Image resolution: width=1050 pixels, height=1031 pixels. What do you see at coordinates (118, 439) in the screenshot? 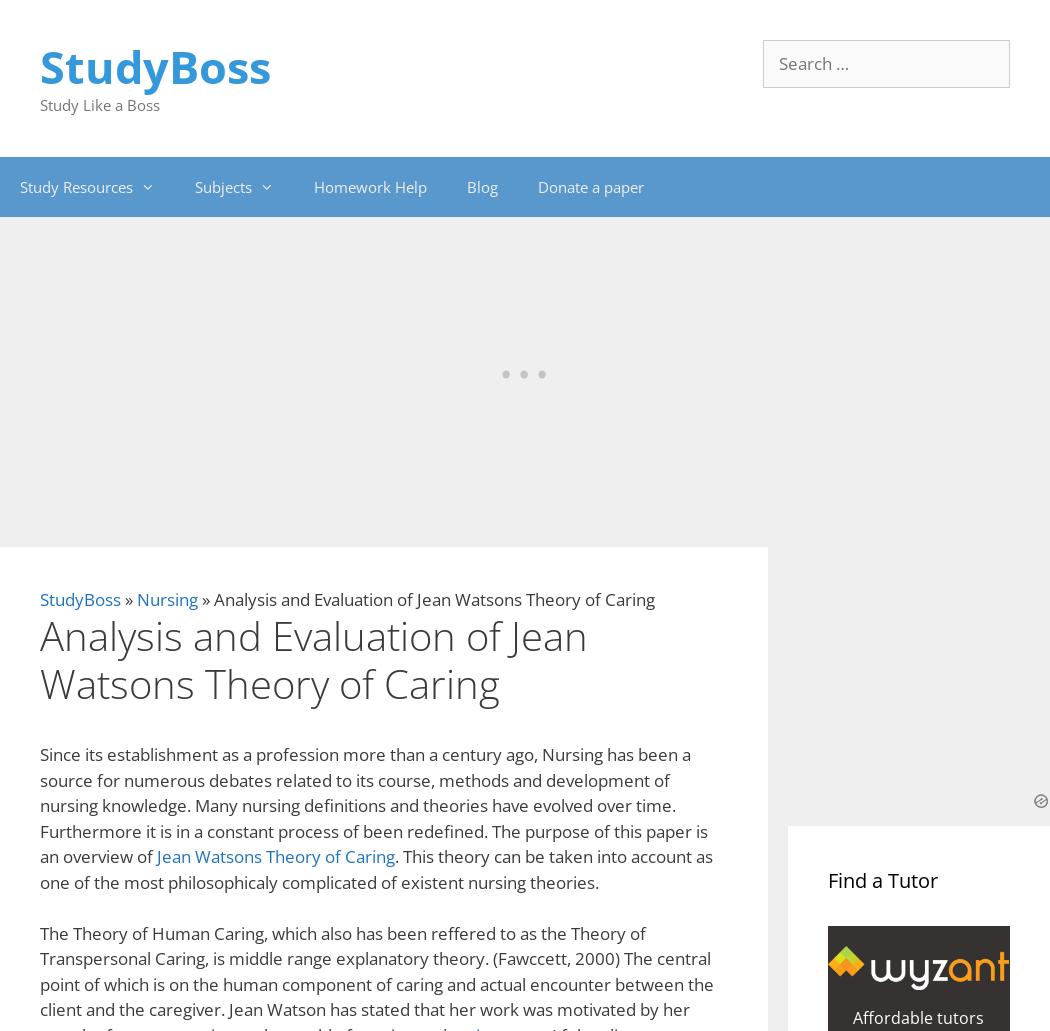
I see `'Cite This Work'` at bounding box center [118, 439].